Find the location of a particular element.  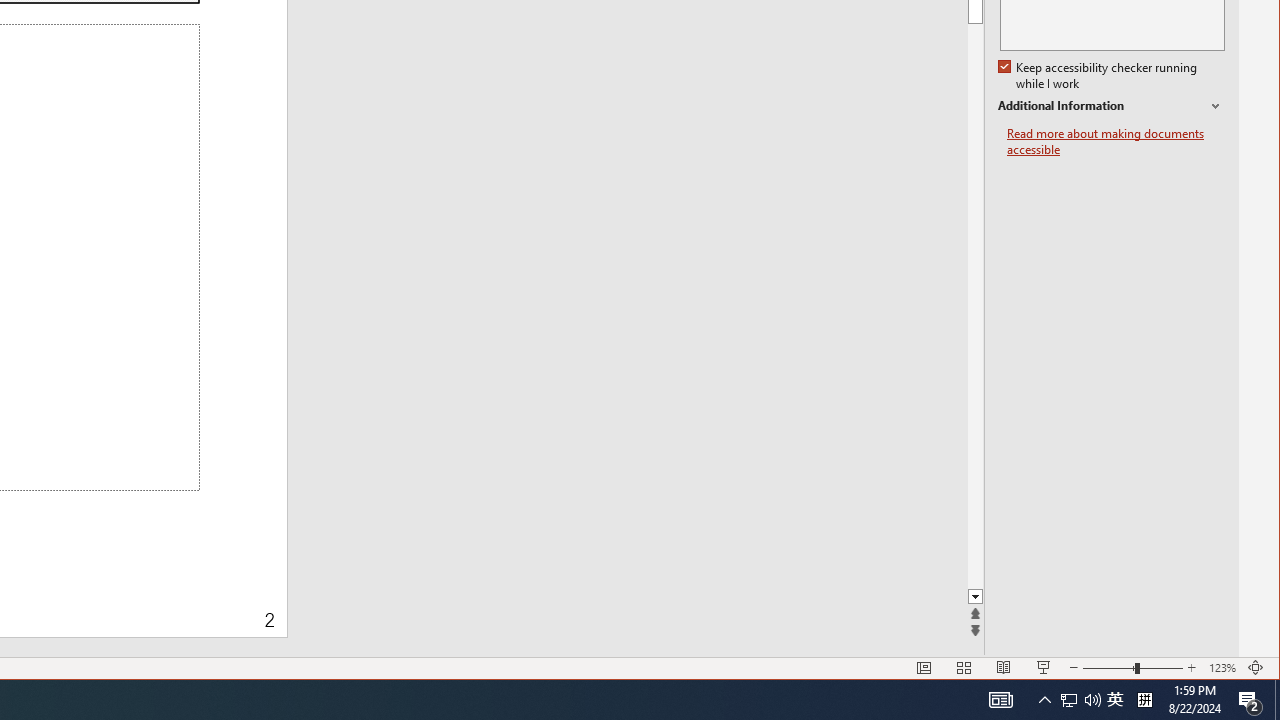

'Notification Chevron' is located at coordinates (1044, 698).